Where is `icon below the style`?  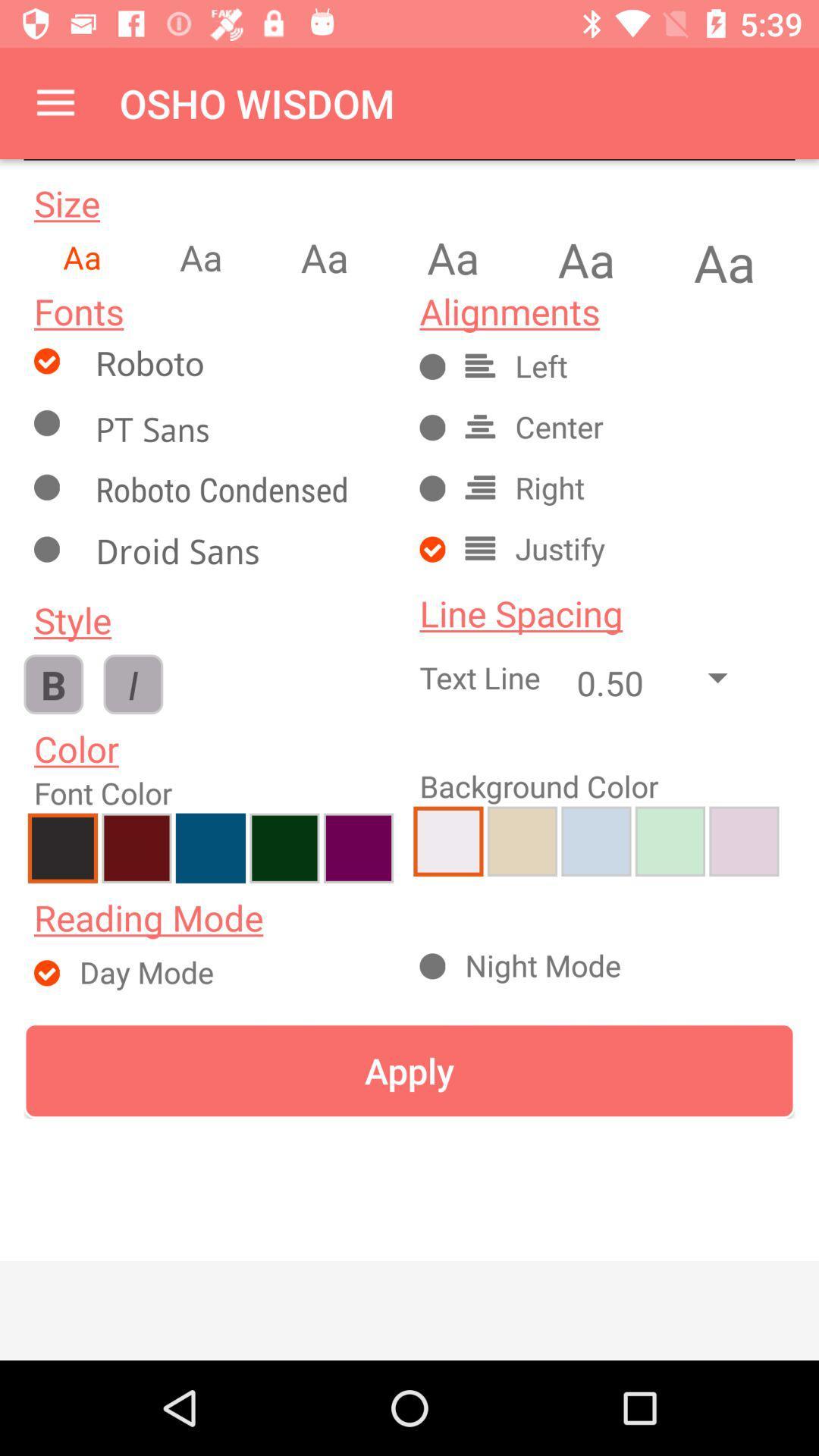
icon below the style is located at coordinates (132, 683).